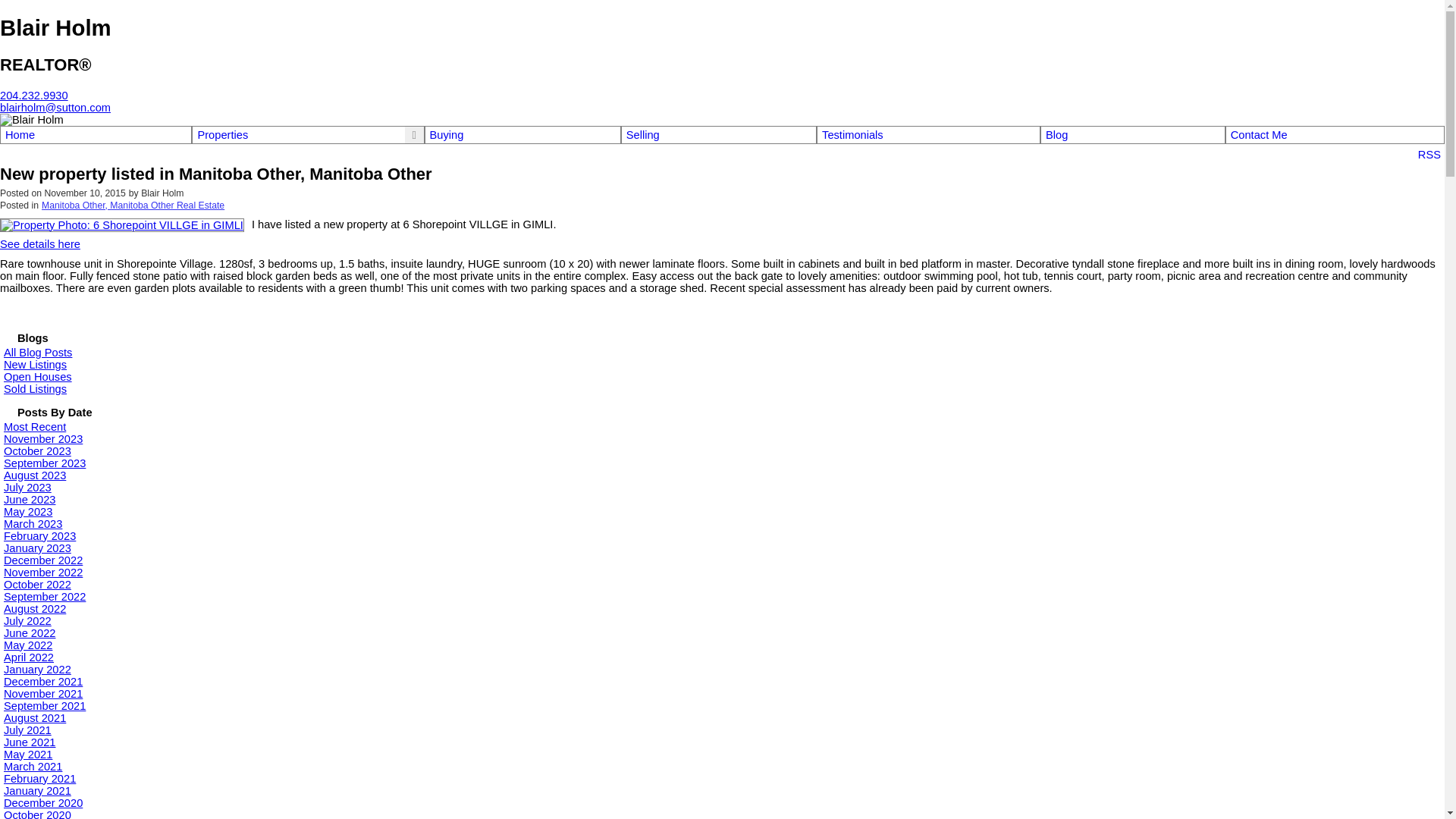 The width and height of the screenshot is (1456, 819). Describe the element at coordinates (3, 488) in the screenshot. I see `'July 2023'` at that location.